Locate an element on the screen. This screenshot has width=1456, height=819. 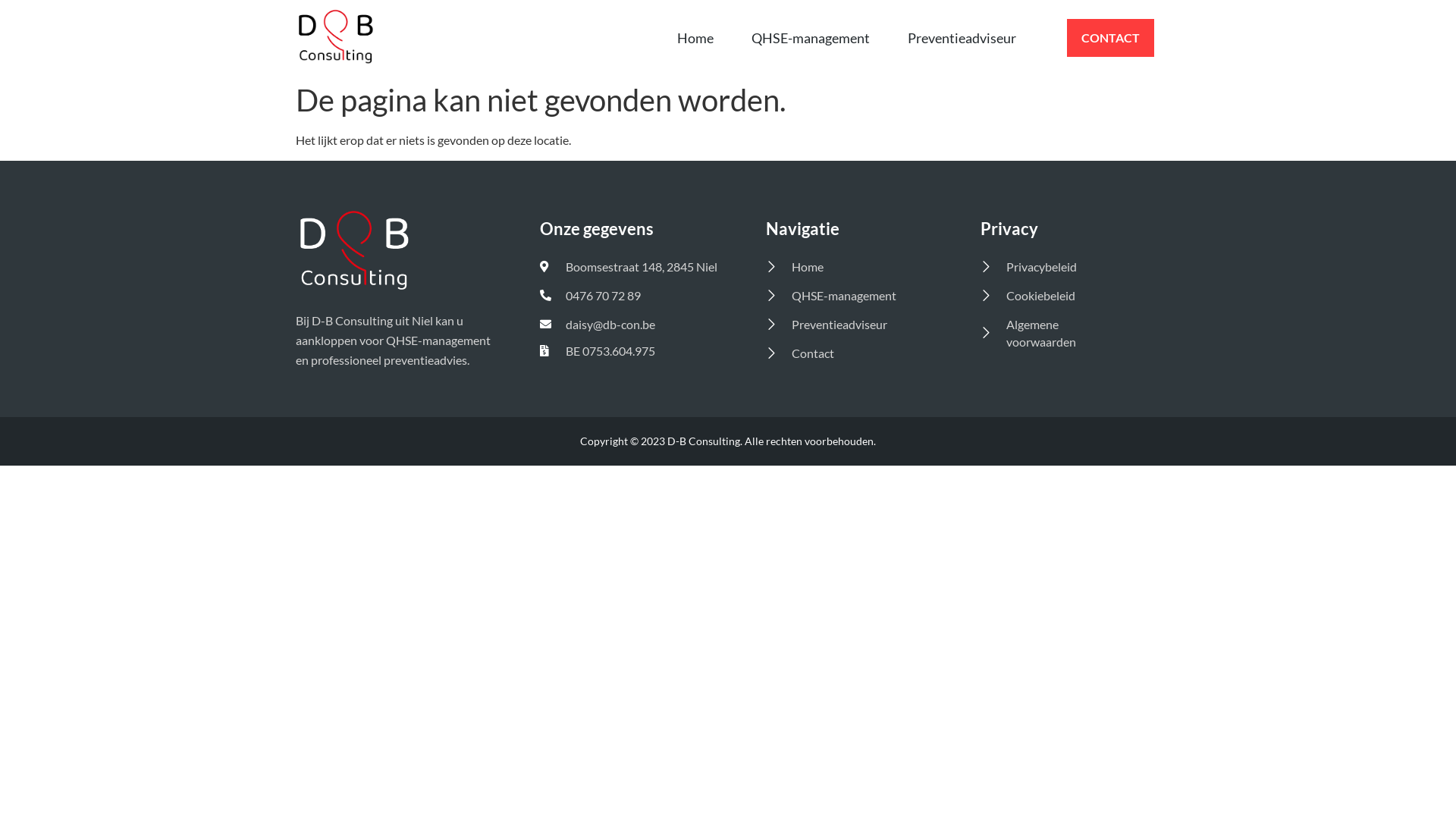
'CONTACT' is located at coordinates (1110, 37).